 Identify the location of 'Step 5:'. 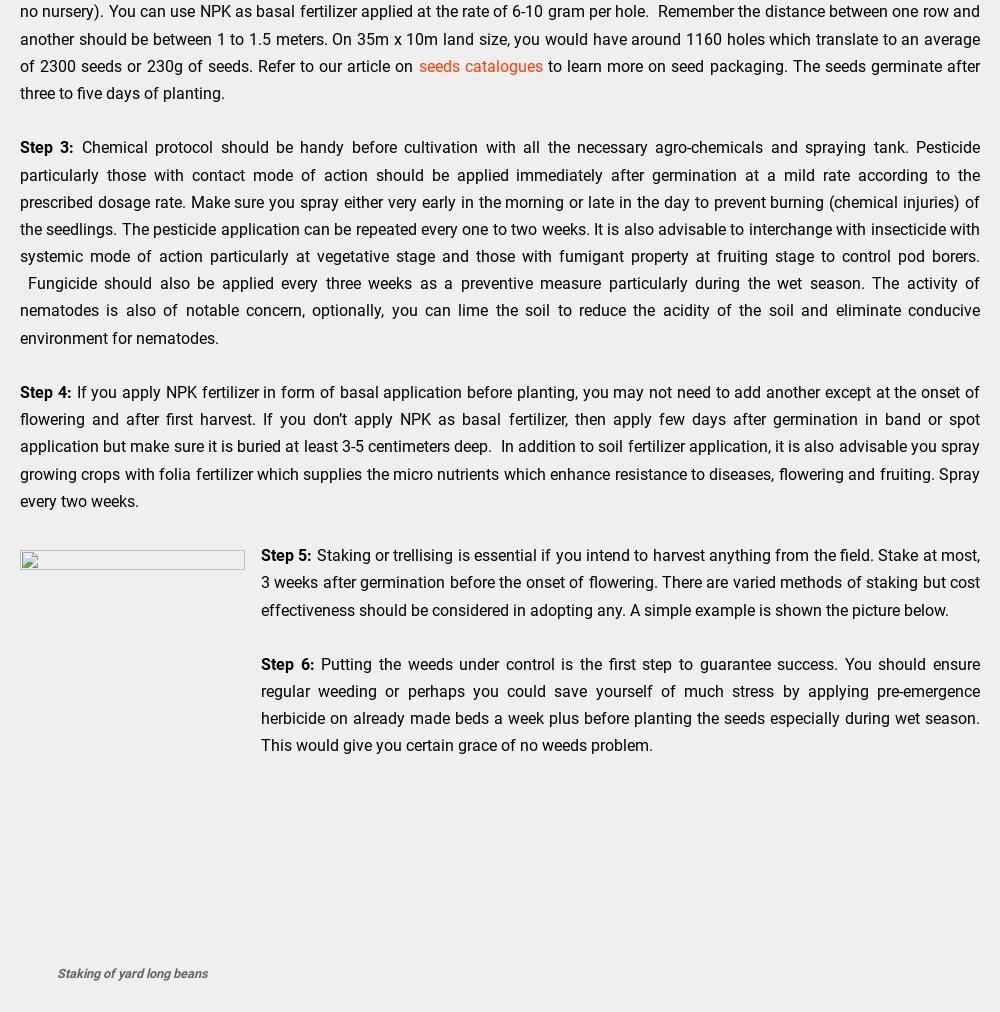
(261, 554).